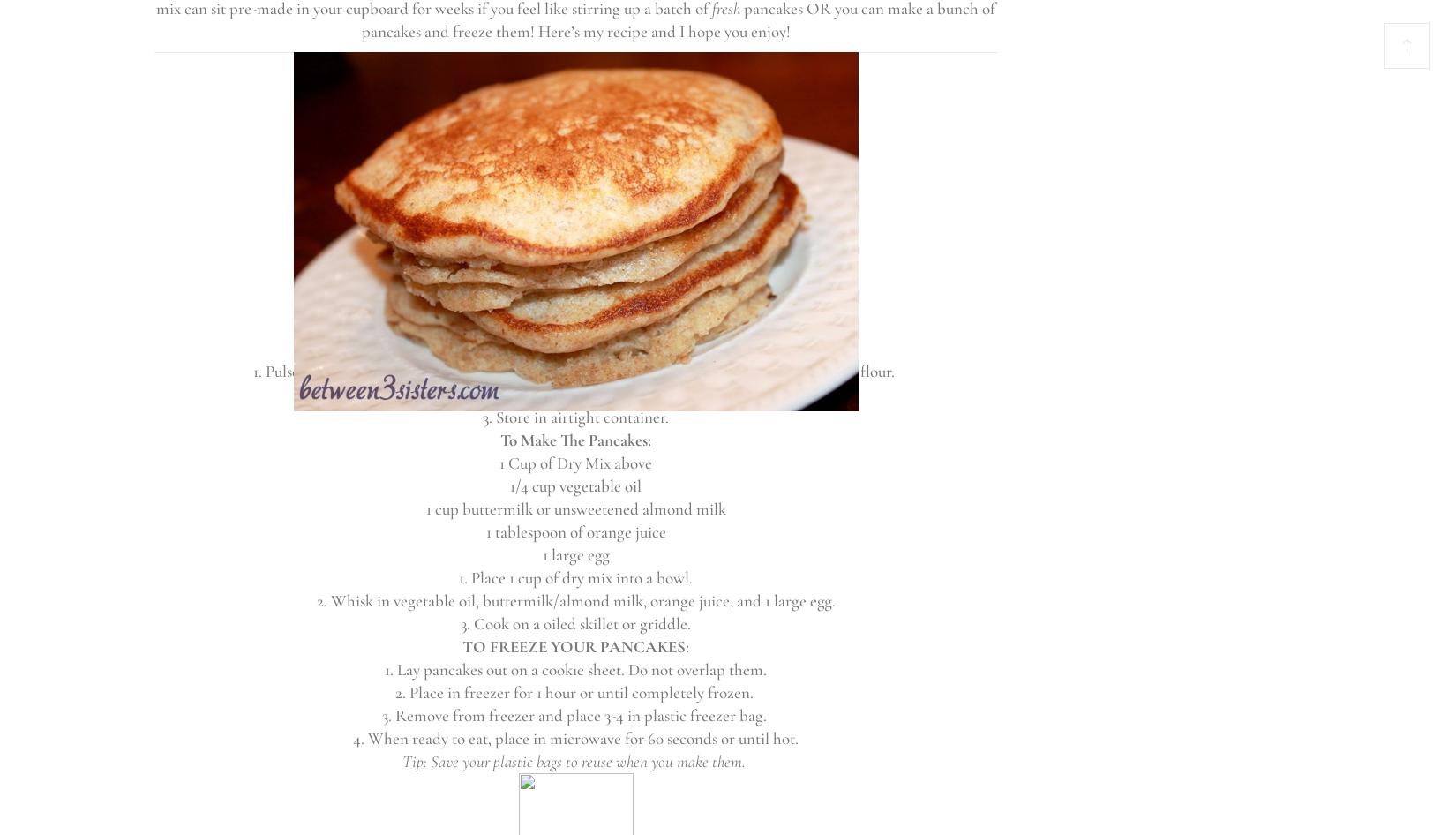 The width and height of the screenshot is (1456, 835). Describe the element at coordinates (574, 416) in the screenshot. I see `'3. Store in airtight container.'` at that location.